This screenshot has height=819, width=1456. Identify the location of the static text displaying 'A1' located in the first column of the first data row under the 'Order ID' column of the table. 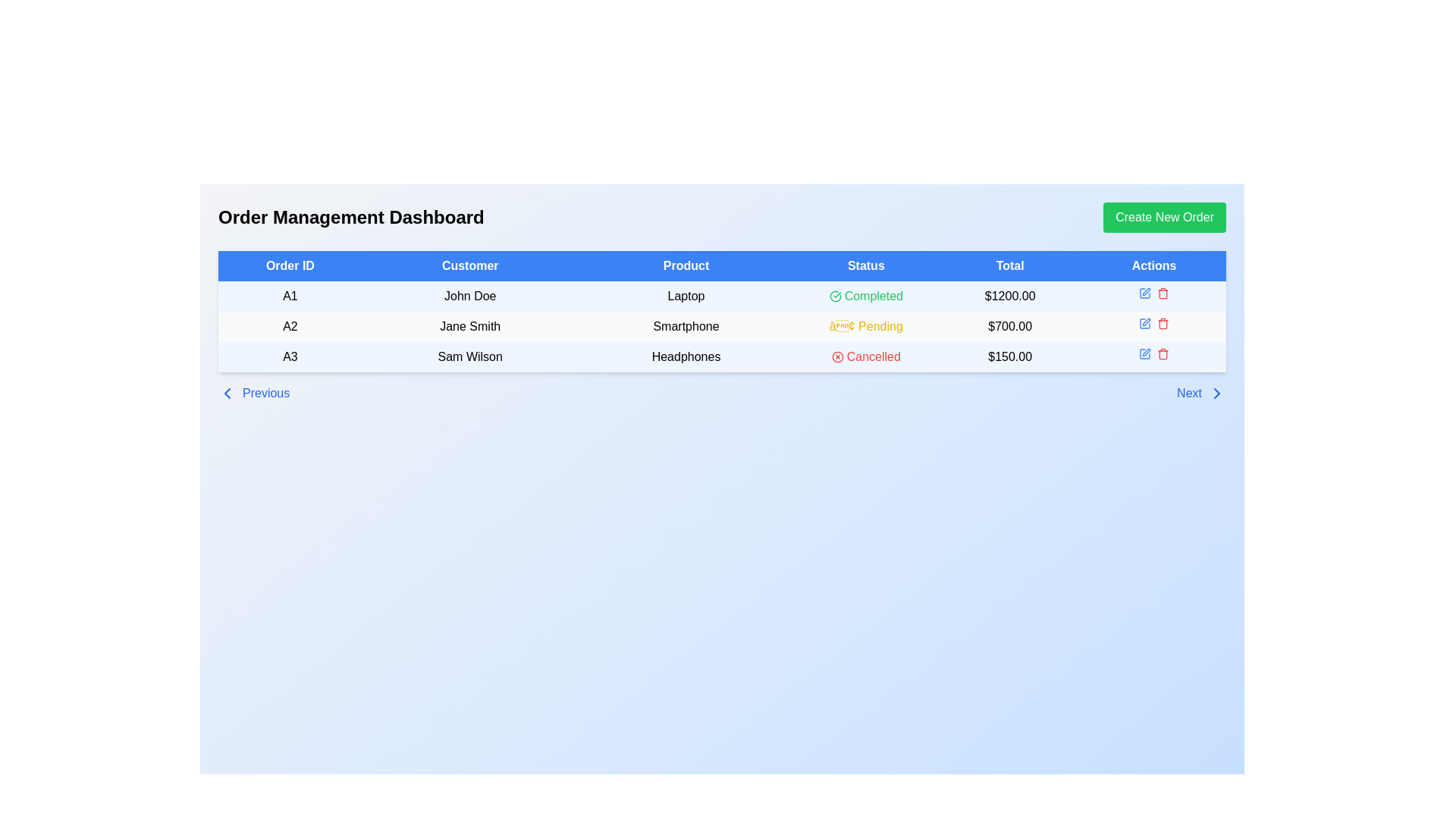
(290, 296).